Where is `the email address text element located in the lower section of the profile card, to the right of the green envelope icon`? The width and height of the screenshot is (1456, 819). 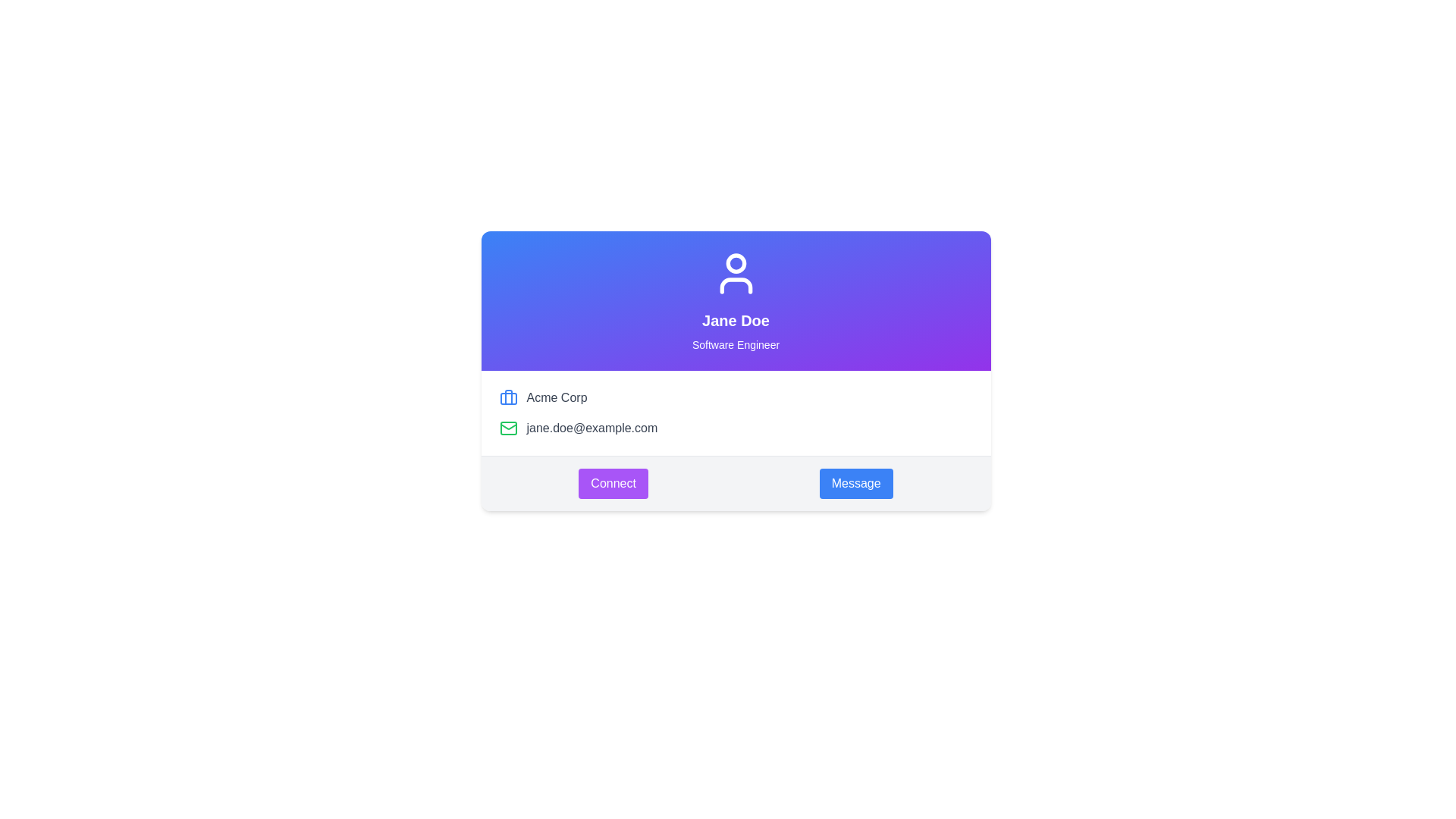 the email address text element located in the lower section of the profile card, to the right of the green envelope icon is located at coordinates (591, 428).